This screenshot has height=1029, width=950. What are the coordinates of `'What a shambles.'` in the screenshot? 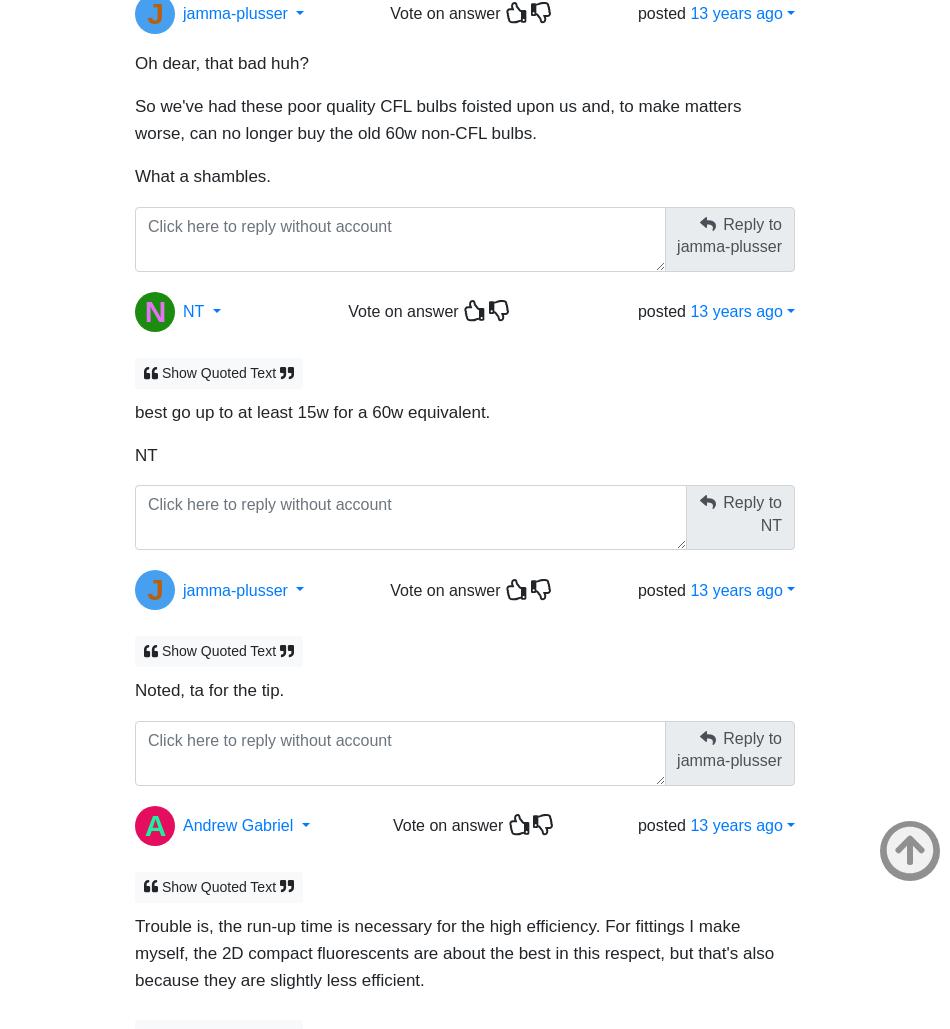 It's located at (134, 167).